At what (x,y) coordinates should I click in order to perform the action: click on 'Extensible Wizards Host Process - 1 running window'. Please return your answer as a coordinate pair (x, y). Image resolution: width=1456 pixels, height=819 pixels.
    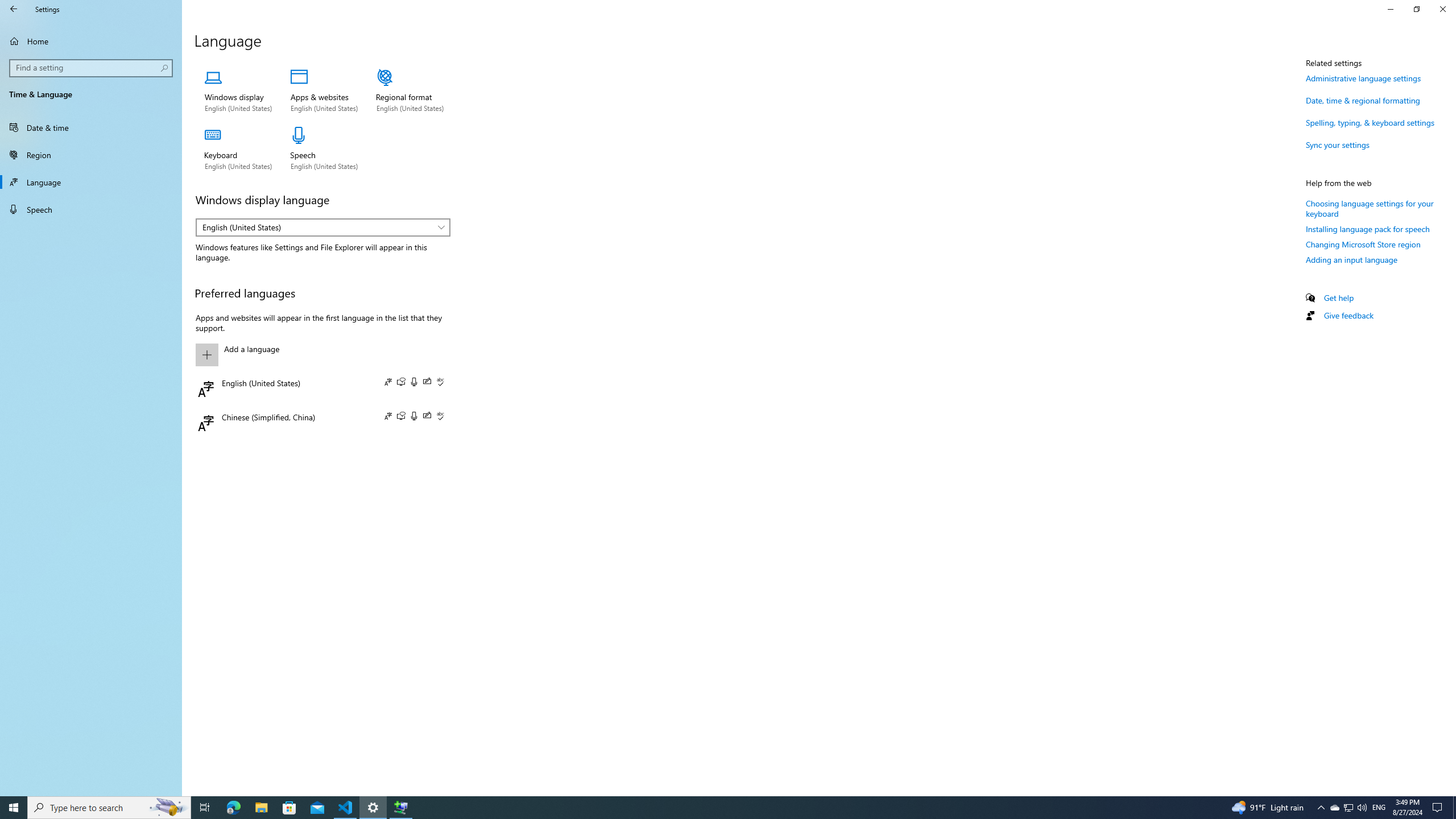
    Looking at the image, I should click on (401, 806).